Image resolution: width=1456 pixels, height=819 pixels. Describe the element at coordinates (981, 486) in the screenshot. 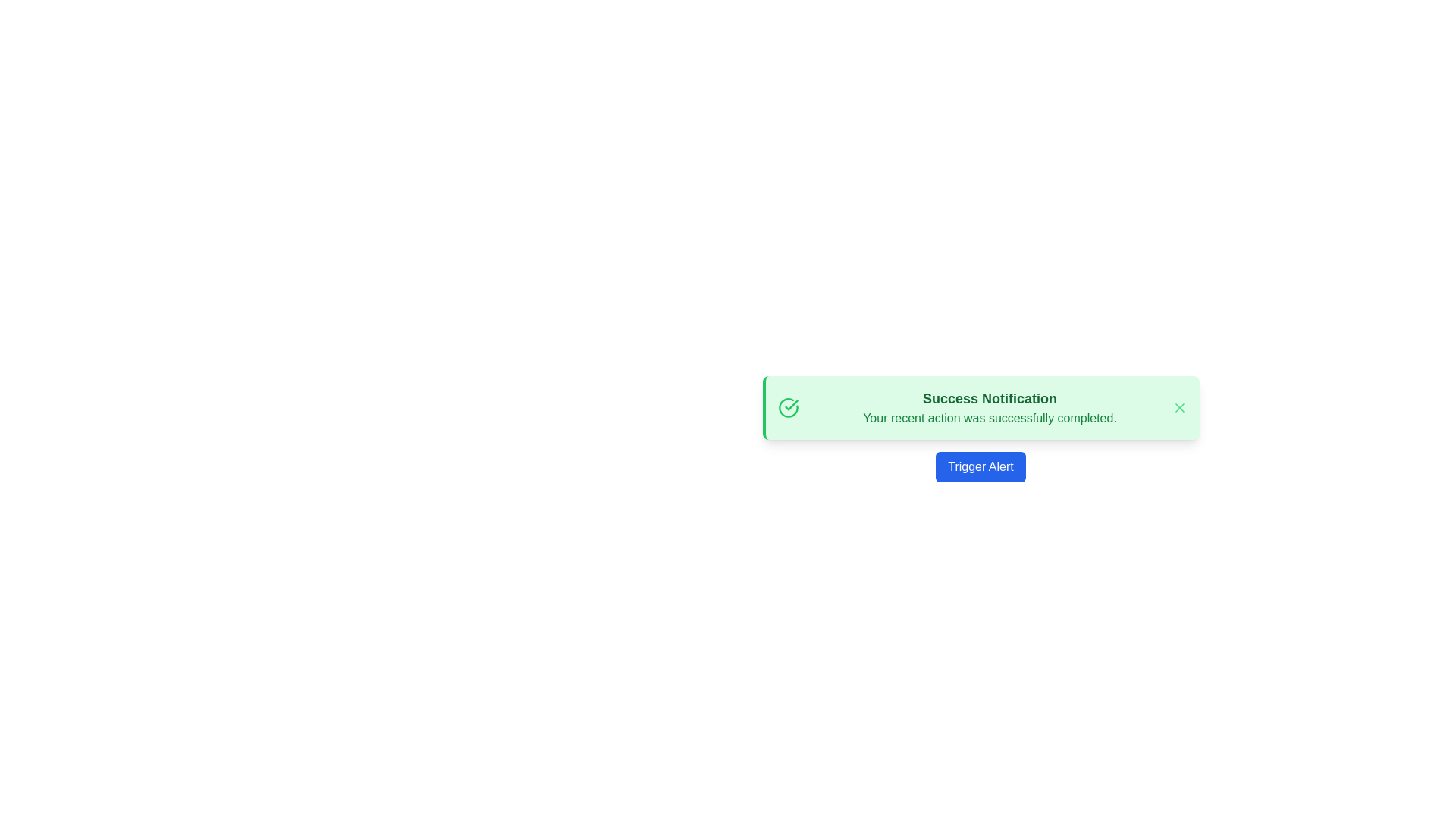

I see `the Notification Banner with Action Button displaying 'Success Notification'` at that location.